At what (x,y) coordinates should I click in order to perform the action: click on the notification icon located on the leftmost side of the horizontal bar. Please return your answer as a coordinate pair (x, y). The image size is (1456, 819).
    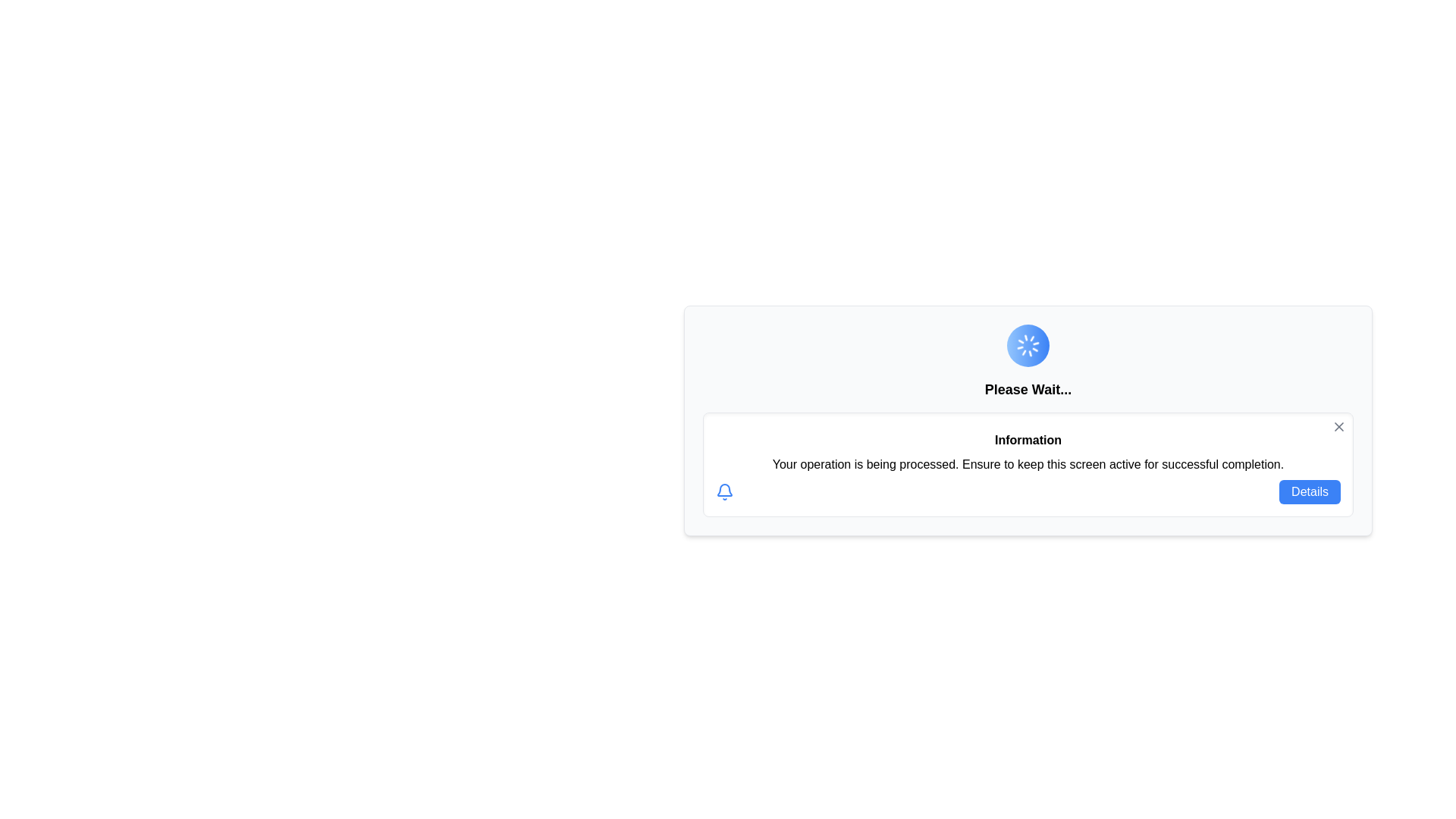
    Looking at the image, I should click on (723, 491).